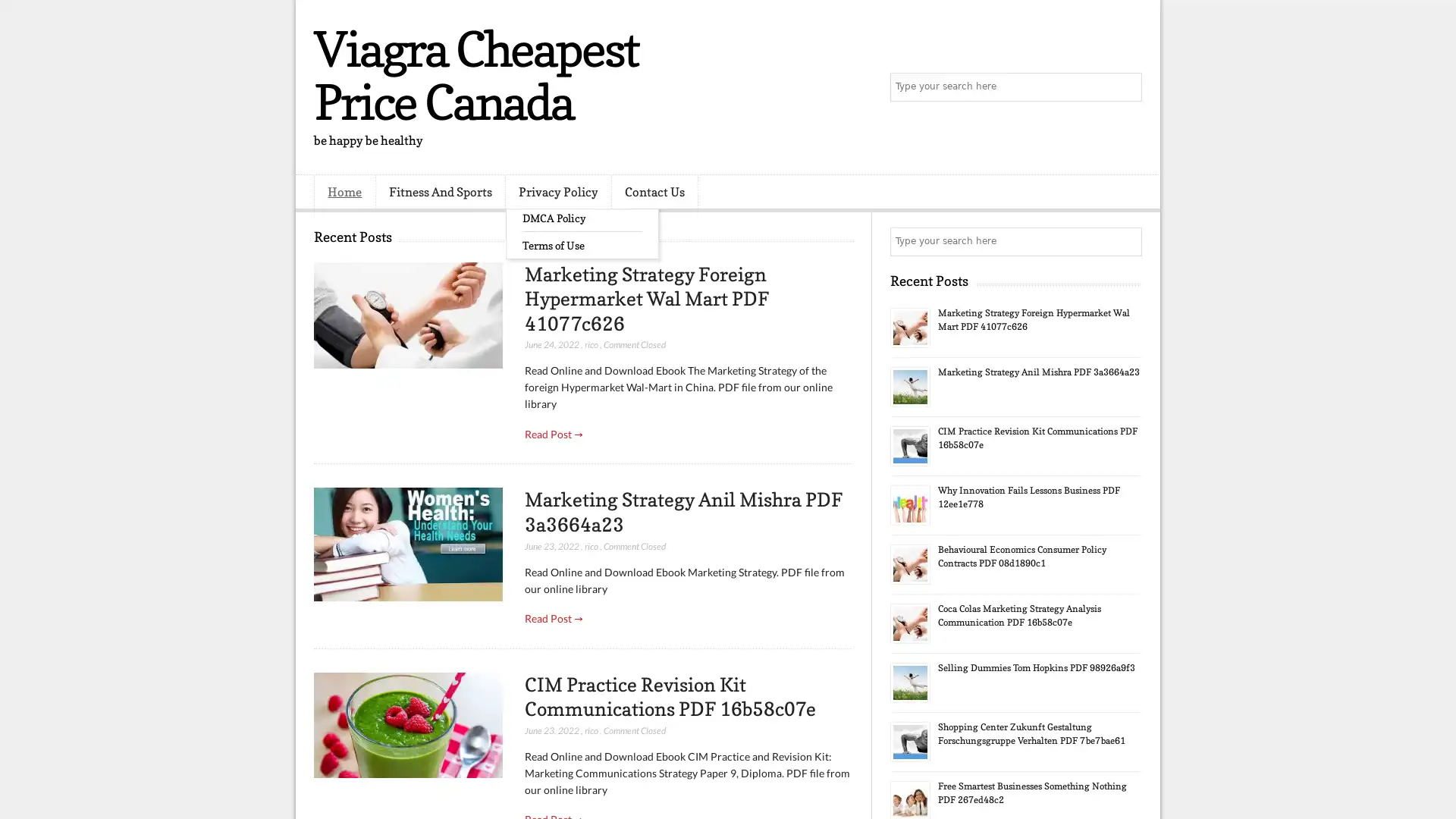  What do you see at coordinates (1126, 87) in the screenshot?
I see `Search` at bounding box center [1126, 87].